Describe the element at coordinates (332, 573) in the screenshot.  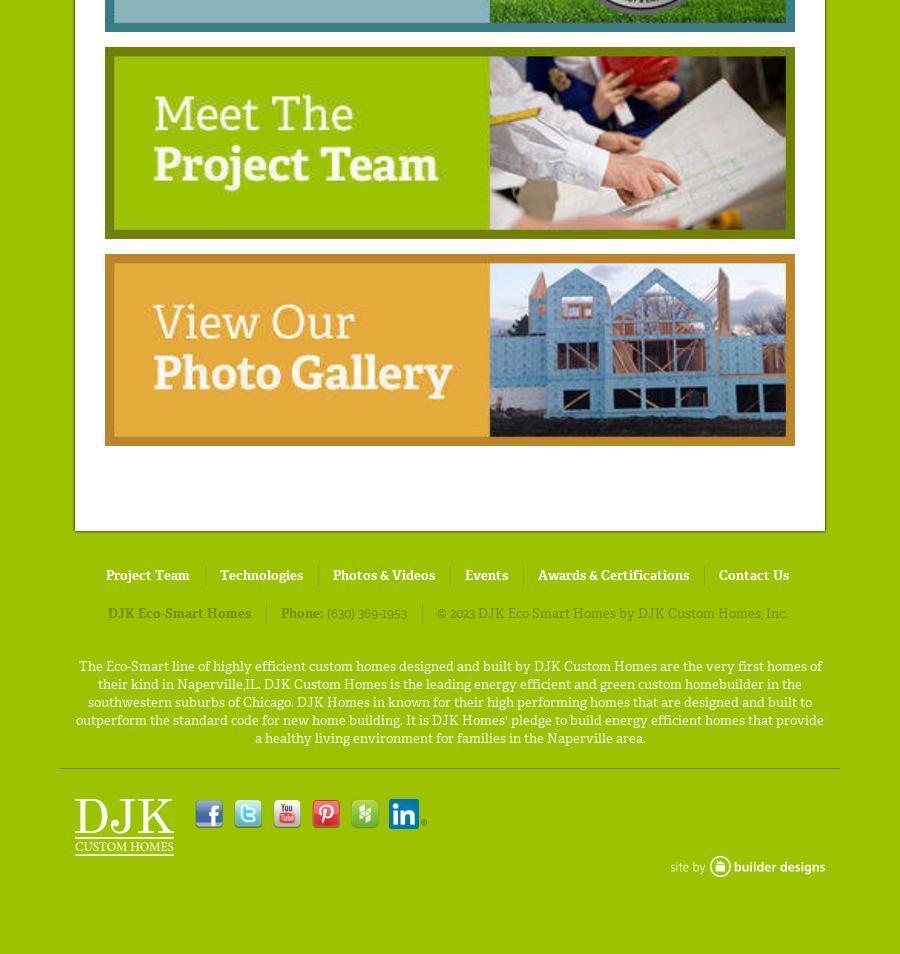
I see `'Photos & Videos'` at that location.